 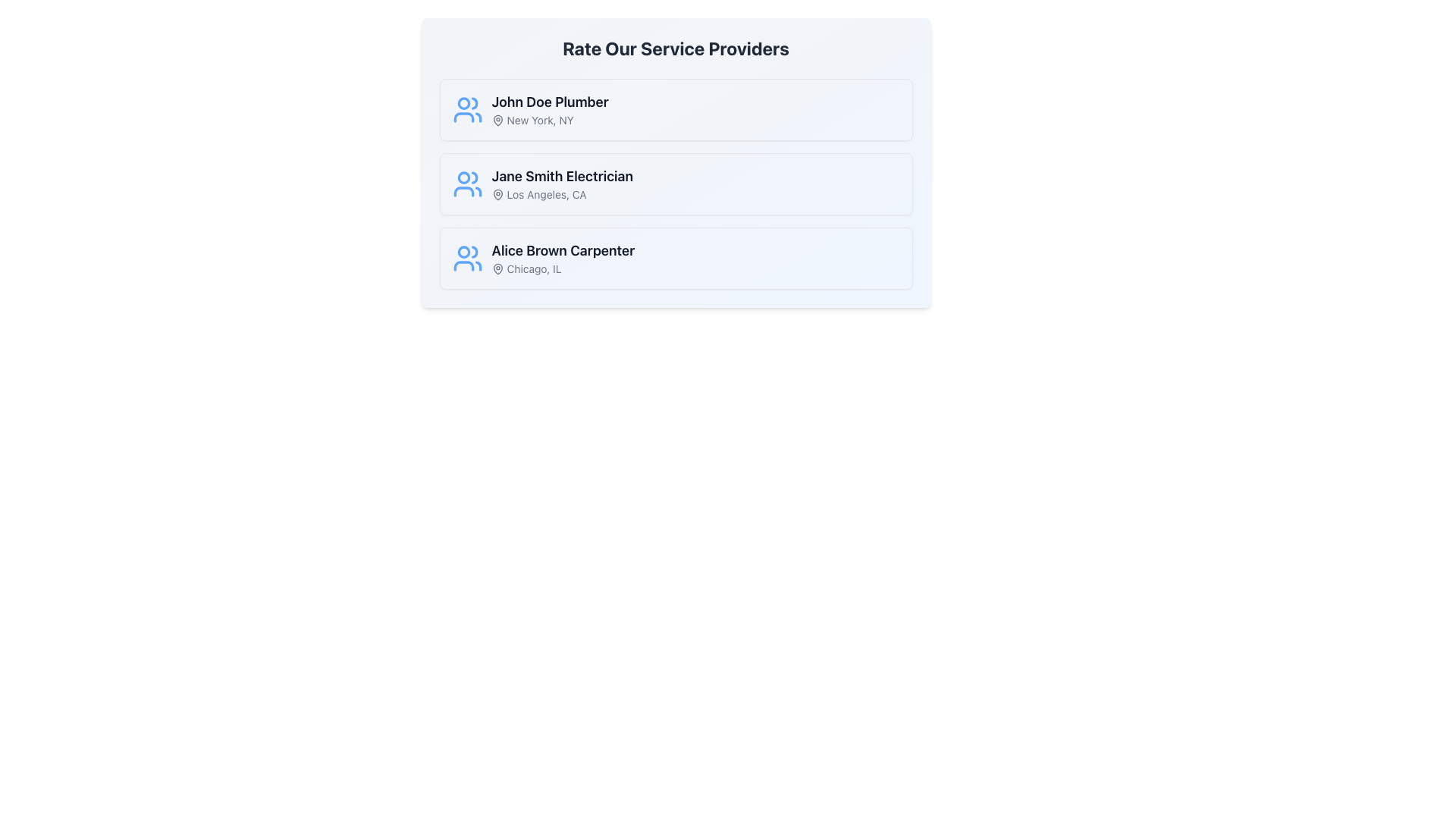 What do you see at coordinates (497, 194) in the screenshot?
I see `the Map Pin icon indicating the location 'Los Angeles, CA' associated with 'Jane Smith Electrician'` at bounding box center [497, 194].